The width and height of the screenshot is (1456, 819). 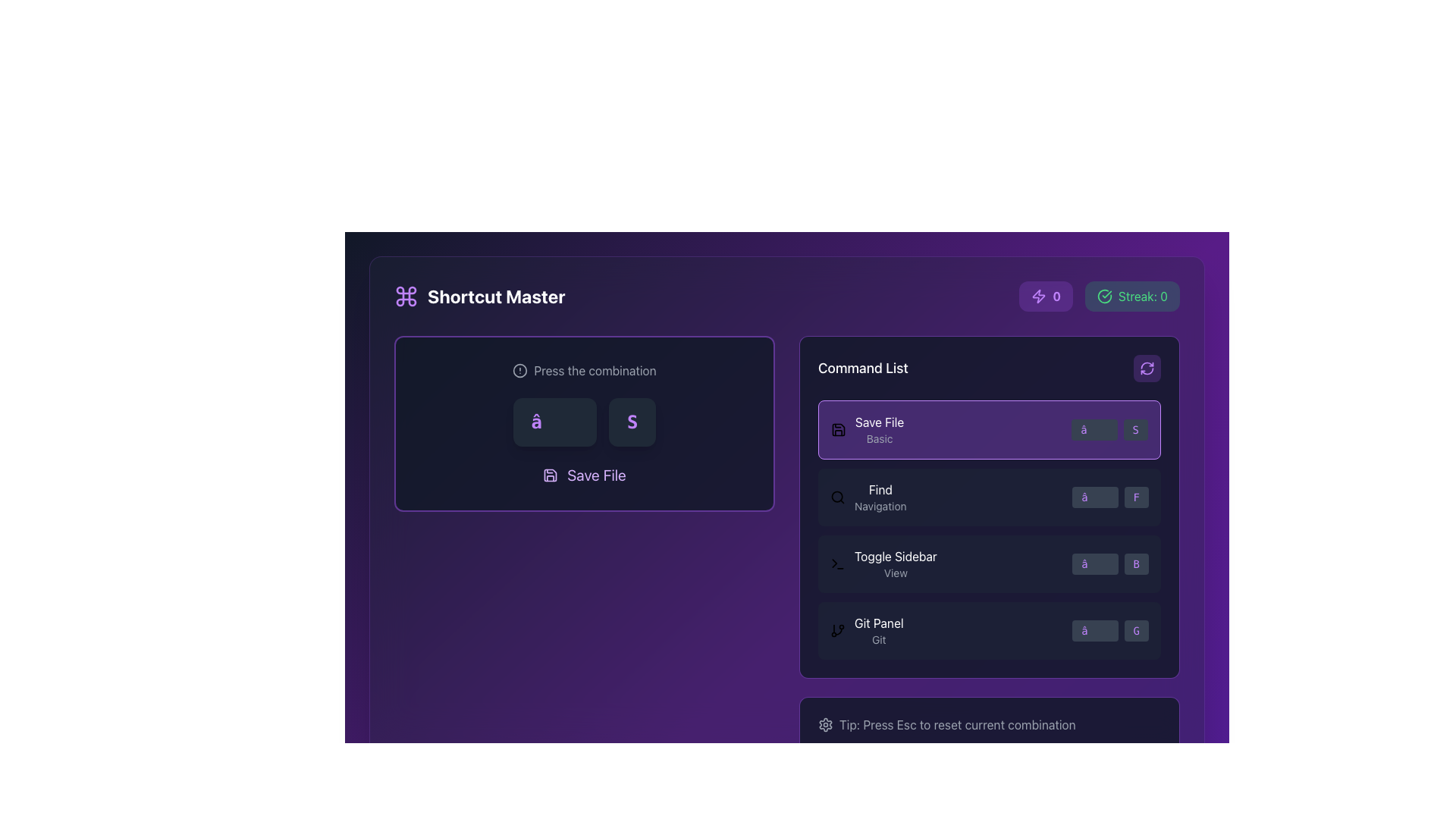 What do you see at coordinates (837, 430) in the screenshot?
I see `the compact save icon, resembling an old floppy disk, located on the left side of the 'Save File' item in the 'Command List' section` at bounding box center [837, 430].